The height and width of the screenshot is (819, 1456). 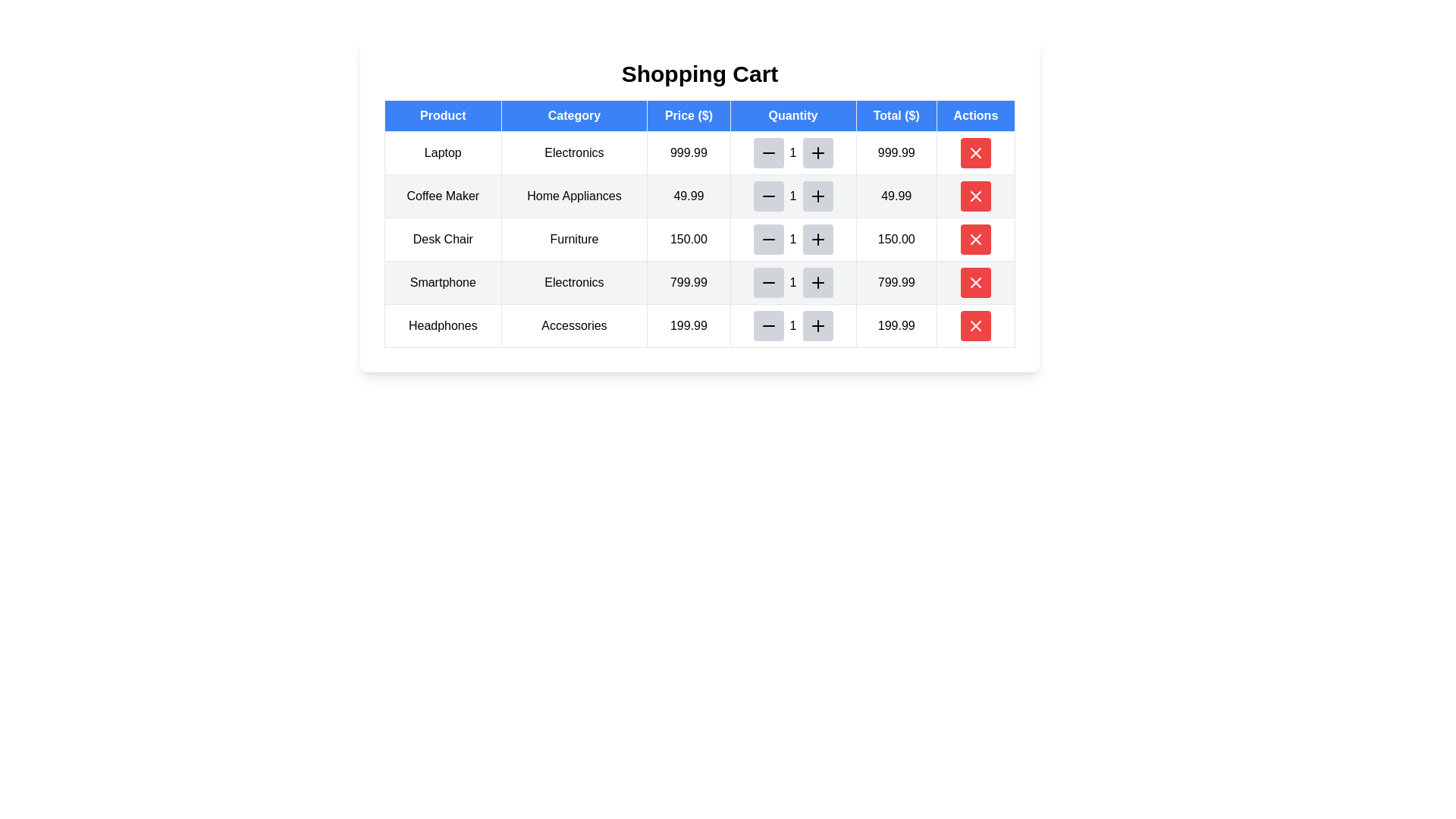 I want to click on the numeric display element showing the value '1' in the quantity selector for the 'Smartphone' row of the shopping cart, so click(x=792, y=283).